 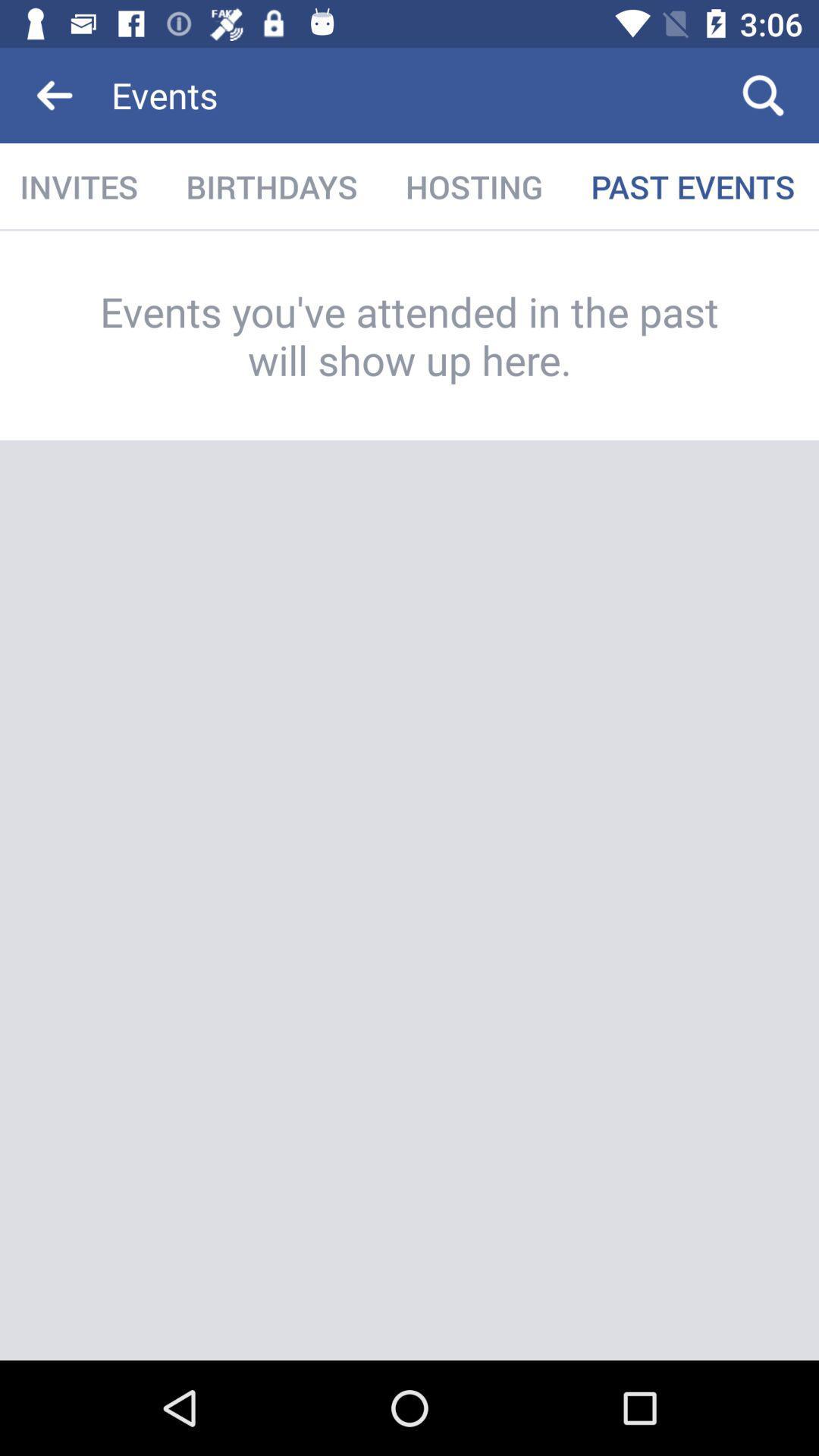 I want to click on item next to the past events icon, so click(x=473, y=186).